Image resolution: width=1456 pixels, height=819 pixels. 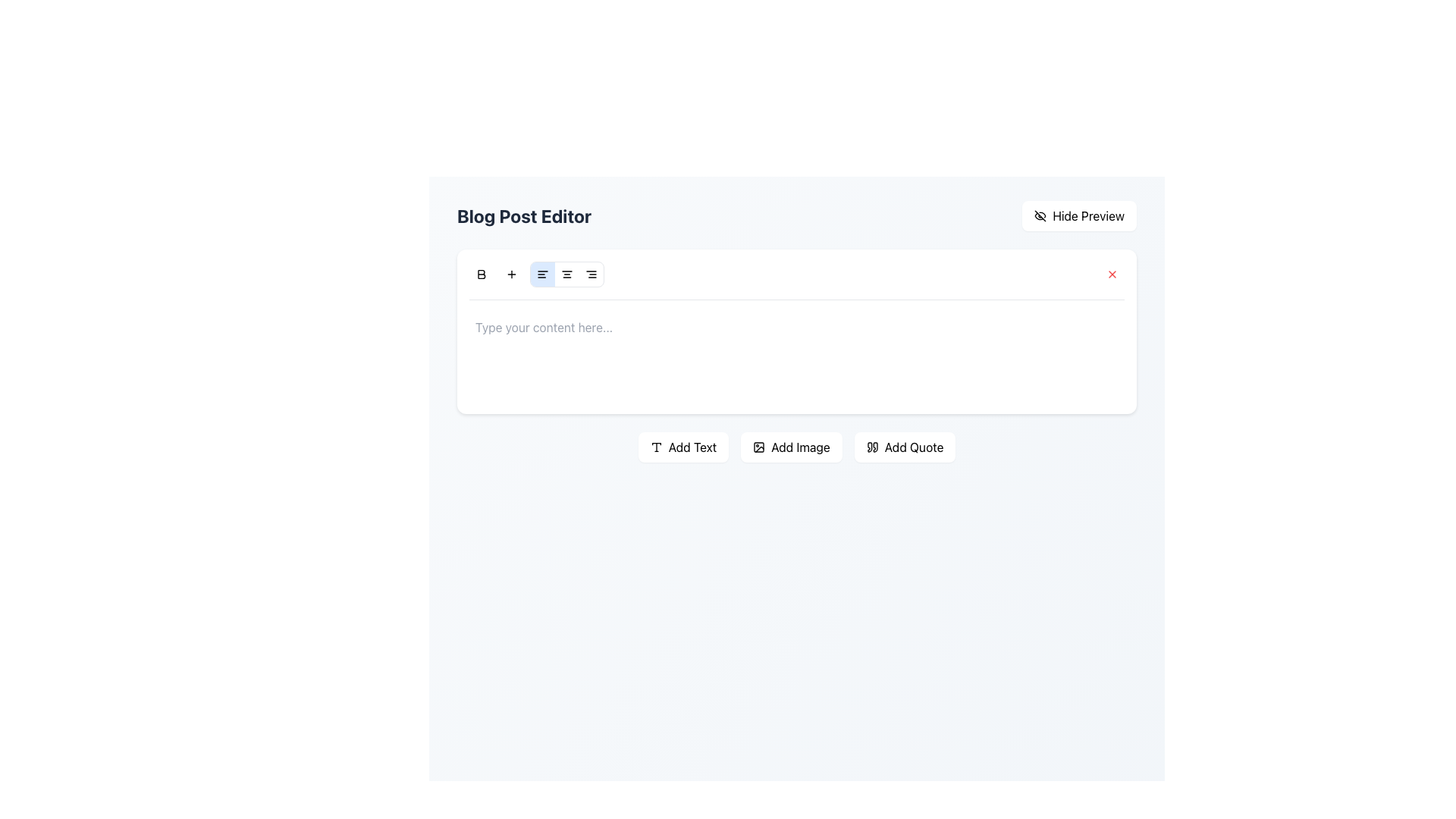 I want to click on the third button in the row at the bottom of the text editor interface, which allows users, so click(x=905, y=447).